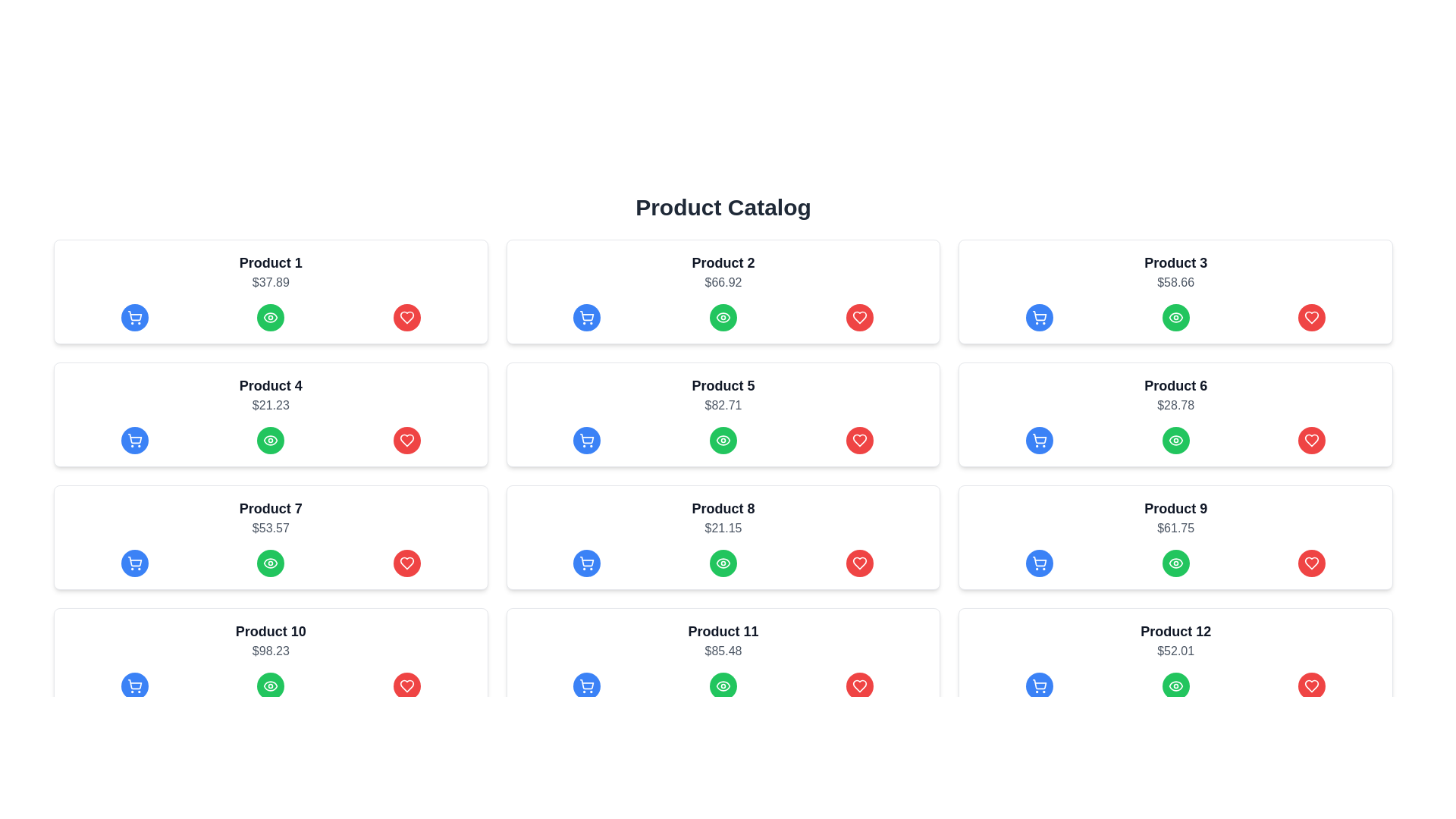 The width and height of the screenshot is (1456, 819). What do you see at coordinates (134, 441) in the screenshot?
I see `the shopping cart icon located in the first column under 'Product 4'` at bounding box center [134, 441].